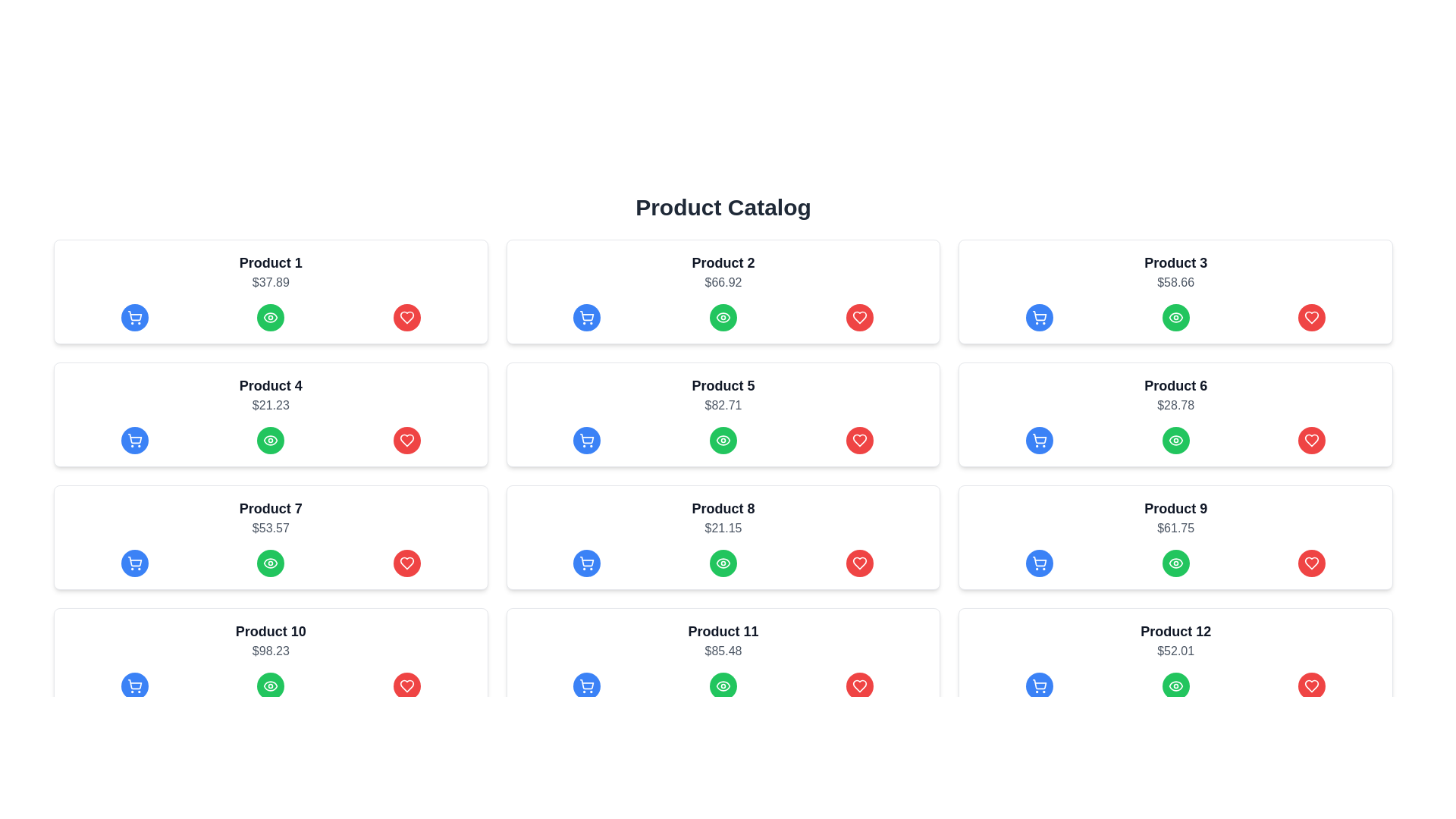 The width and height of the screenshot is (1456, 819). What do you see at coordinates (134, 441) in the screenshot?
I see `the shopping cart icon located in the first column under 'Product 4'` at bounding box center [134, 441].